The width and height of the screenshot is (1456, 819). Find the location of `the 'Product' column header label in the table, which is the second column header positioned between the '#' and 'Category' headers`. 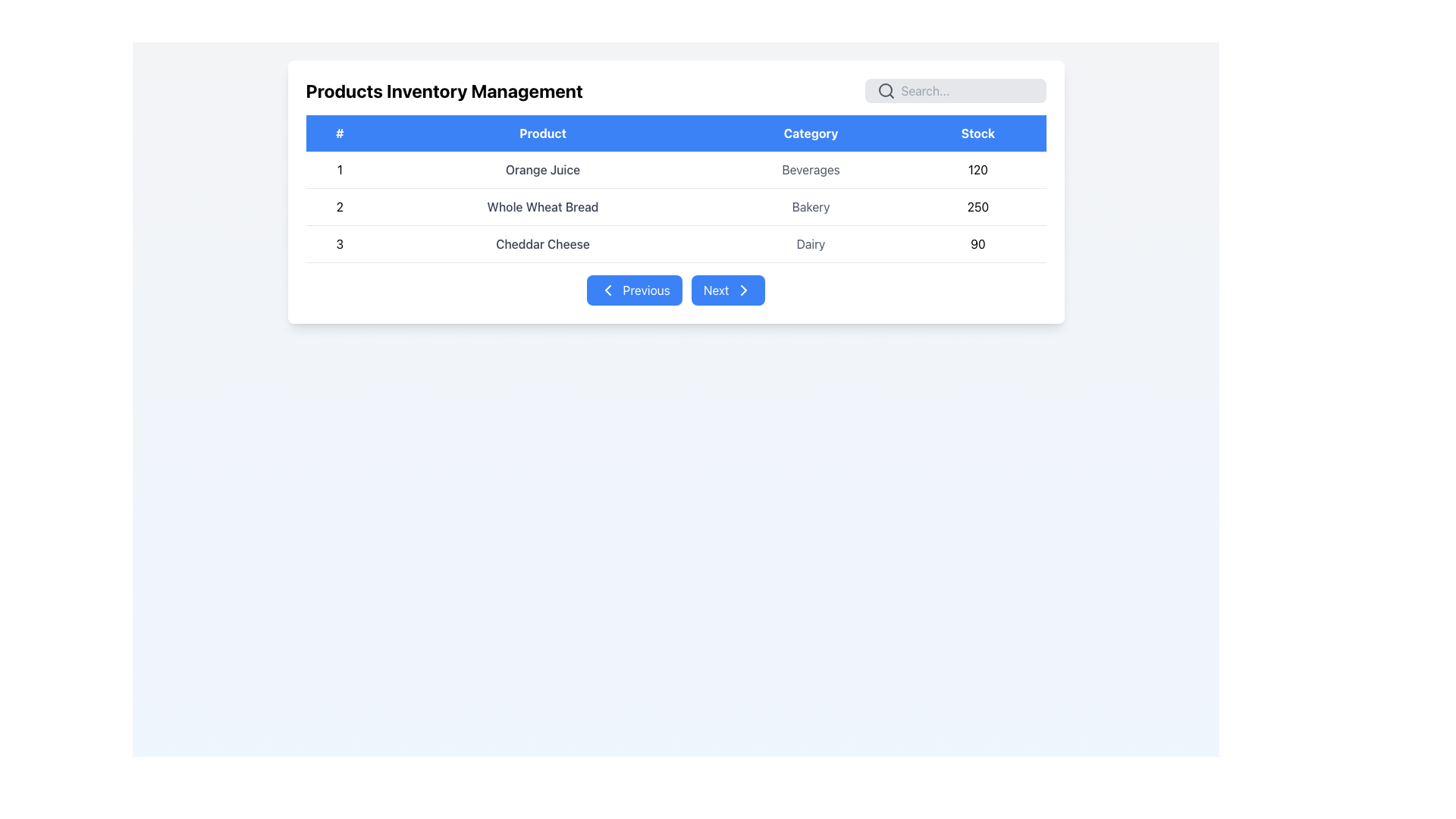

the 'Product' column header label in the table, which is the second column header positioned between the '#' and 'Category' headers is located at coordinates (542, 133).